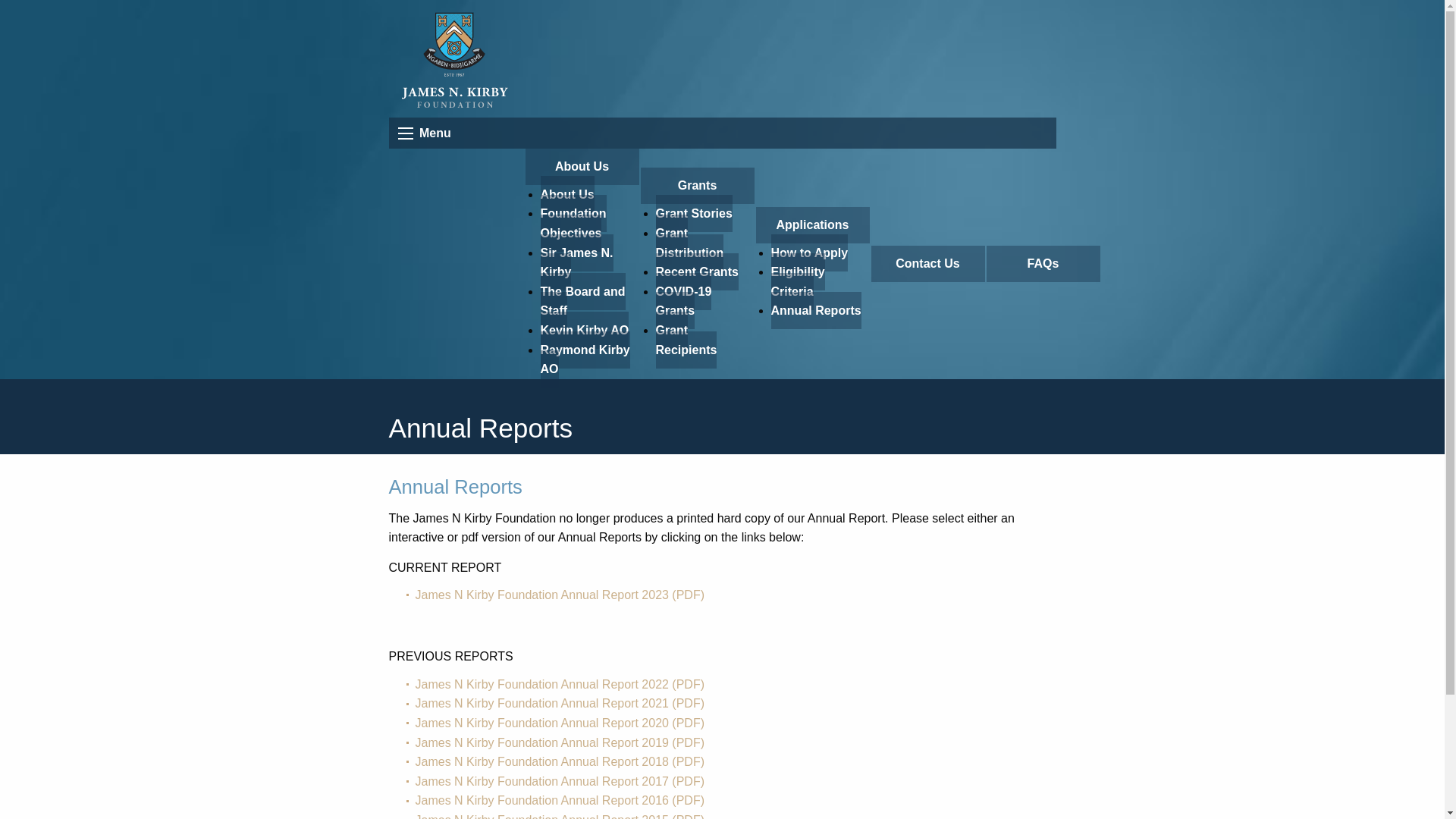 The width and height of the screenshot is (1456, 819). I want to click on 'James N Kirby Foundation Annual Report 2023 (PDF)', so click(560, 594).